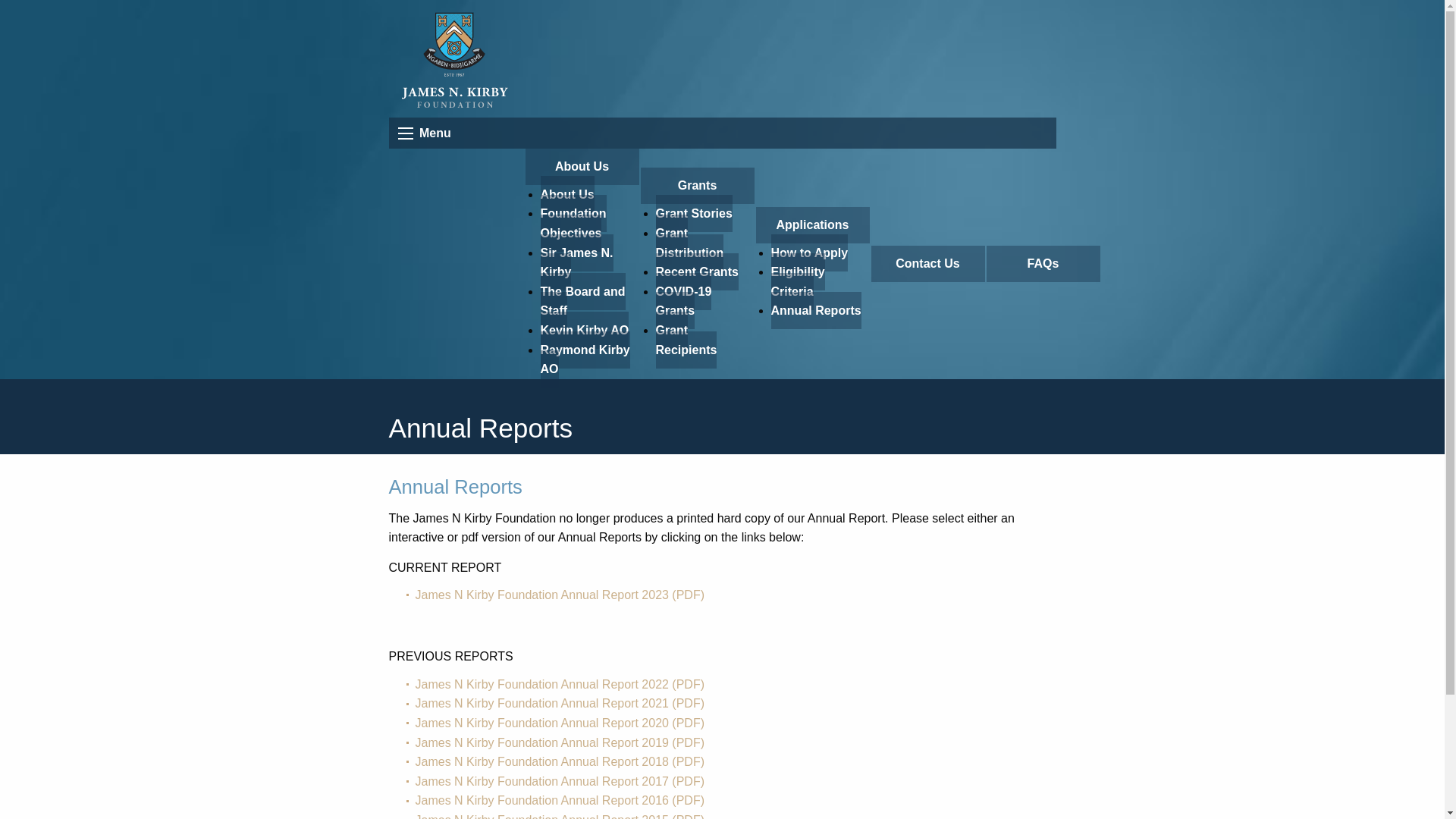 The width and height of the screenshot is (1456, 819). I want to click on 'James N Kirby Foundation Annual Report 2023 (PDF)', so click(560, 594).